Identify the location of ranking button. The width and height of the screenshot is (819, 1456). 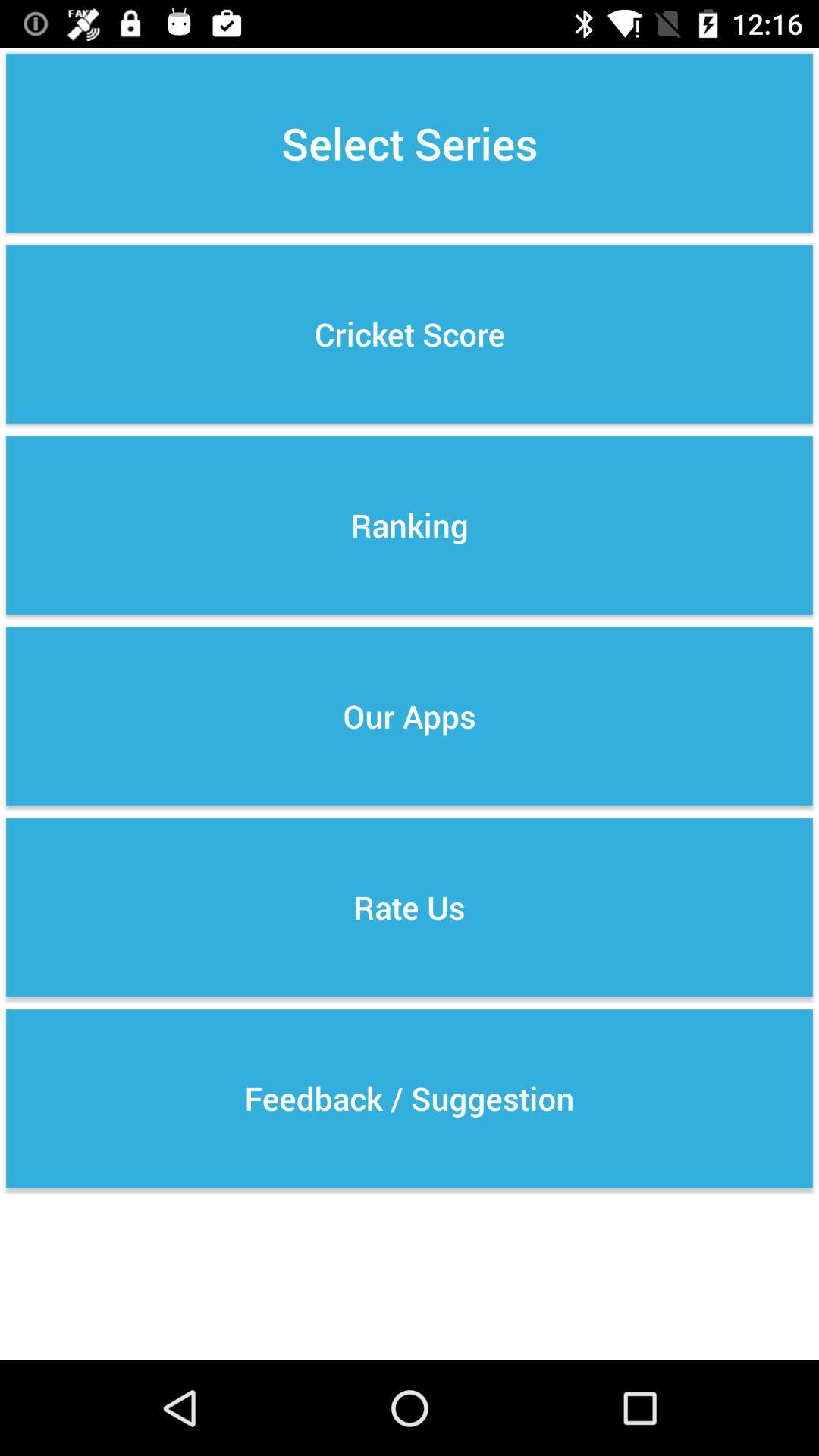
(409, 525).